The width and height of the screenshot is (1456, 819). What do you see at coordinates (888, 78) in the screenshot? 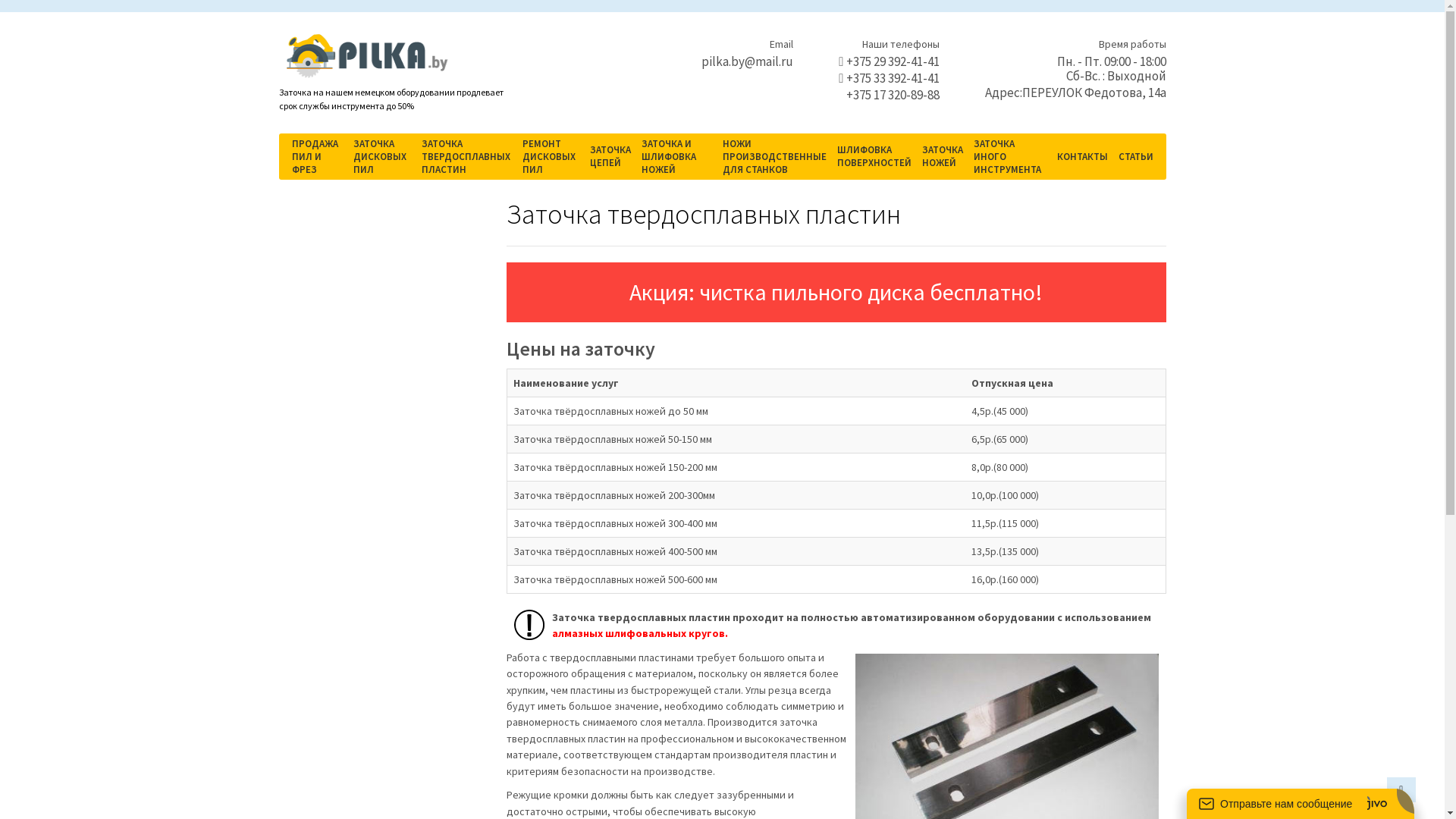
I see `'+375 33 392-41-41'` at bounding box center [888, 78].